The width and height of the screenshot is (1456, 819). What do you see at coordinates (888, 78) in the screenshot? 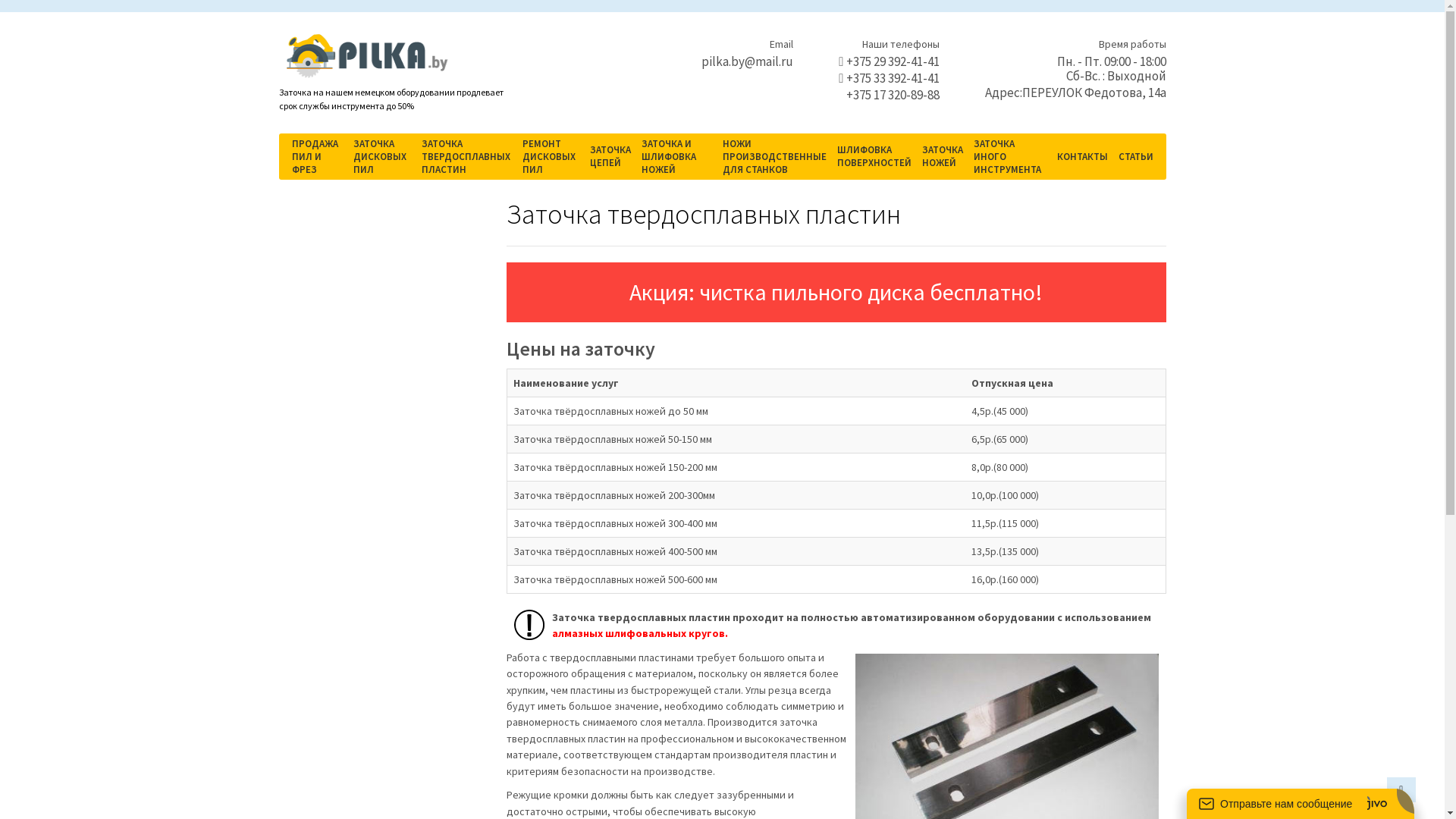
I see `'+375 33 392-41-41'` at bounding box center [888, 78].